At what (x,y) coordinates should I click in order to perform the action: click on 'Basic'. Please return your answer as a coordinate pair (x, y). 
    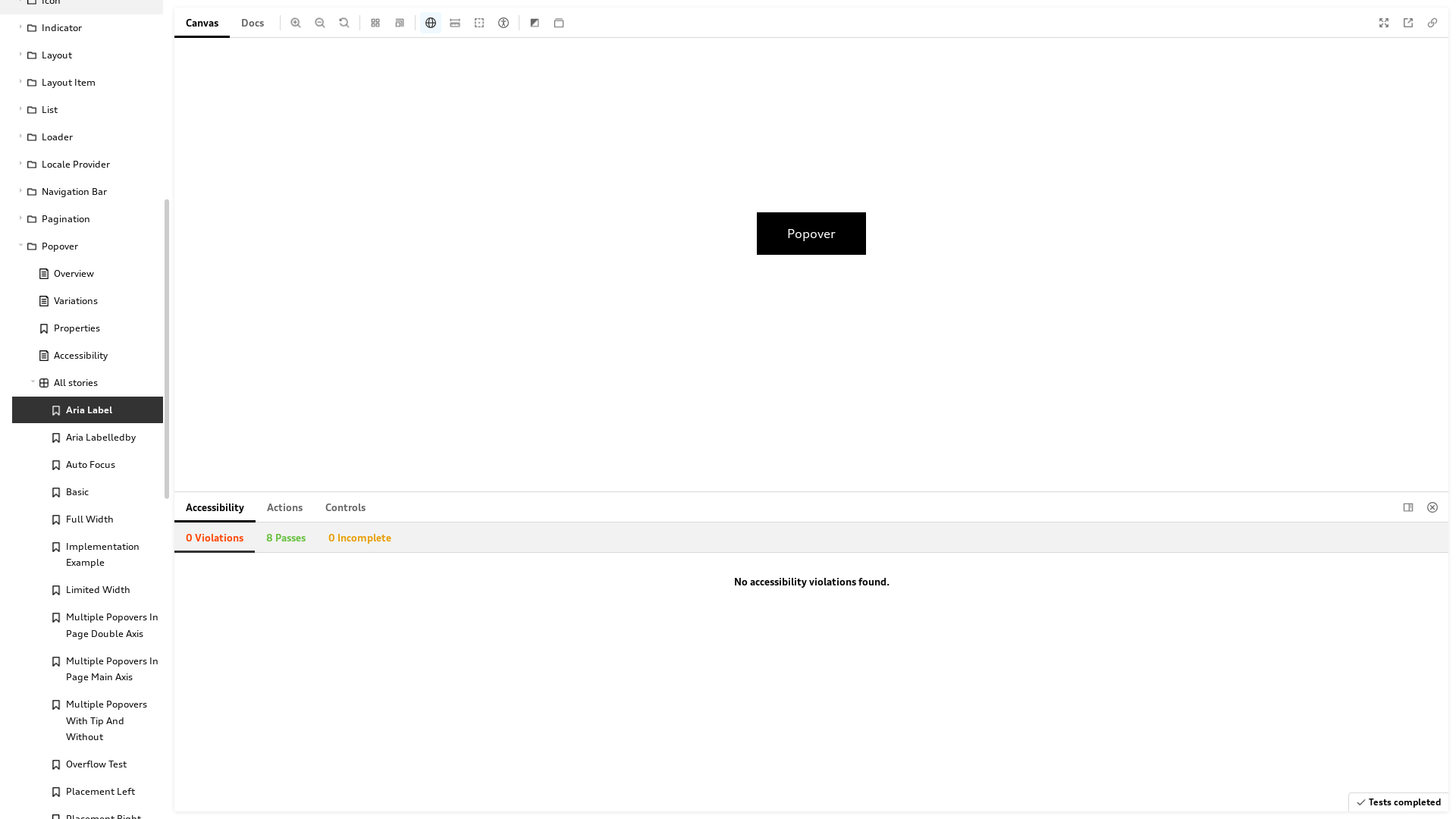
    Looking at the image, I should click on (86, 491).